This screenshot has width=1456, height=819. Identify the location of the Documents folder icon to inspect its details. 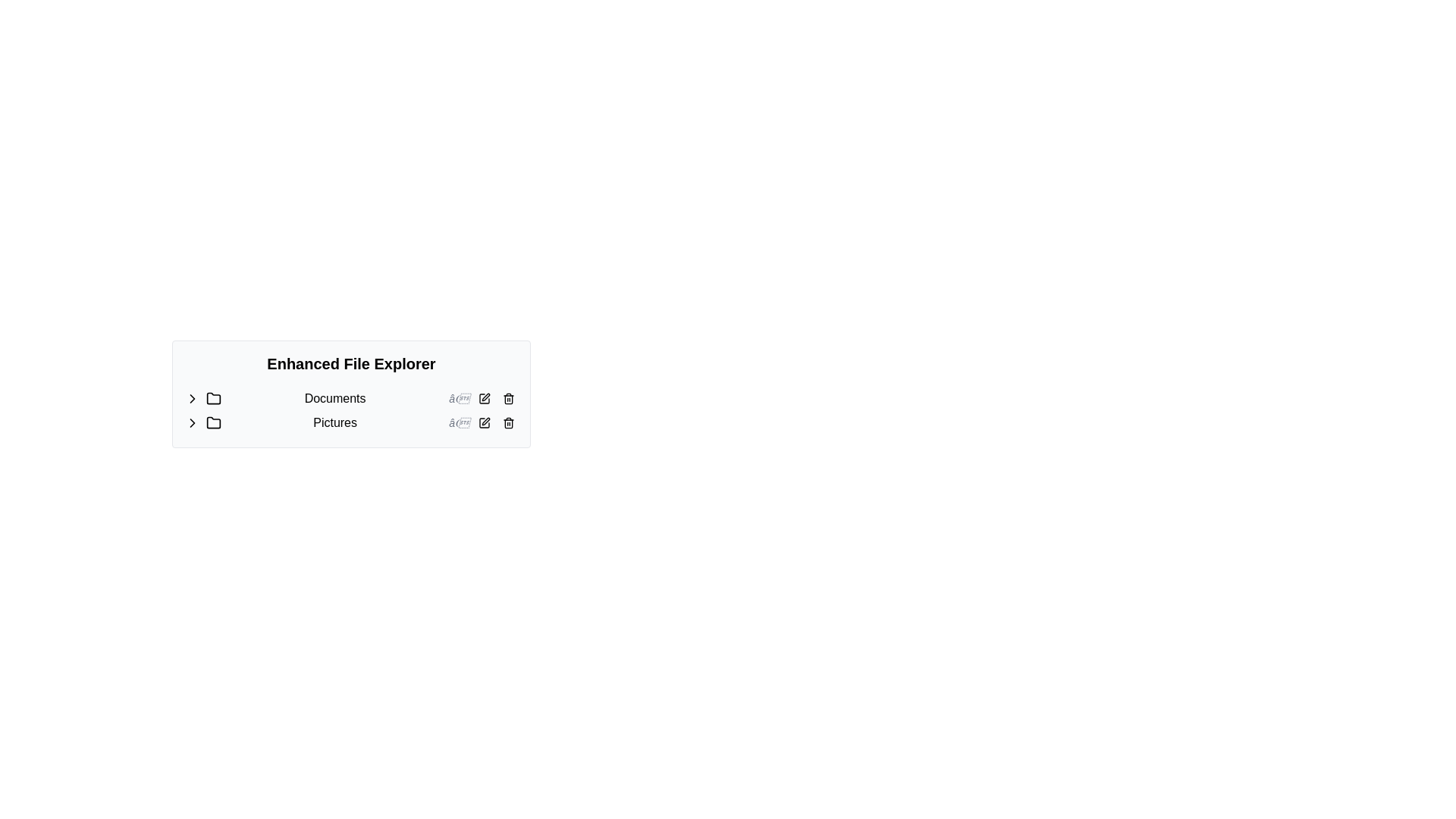
(213, 397).